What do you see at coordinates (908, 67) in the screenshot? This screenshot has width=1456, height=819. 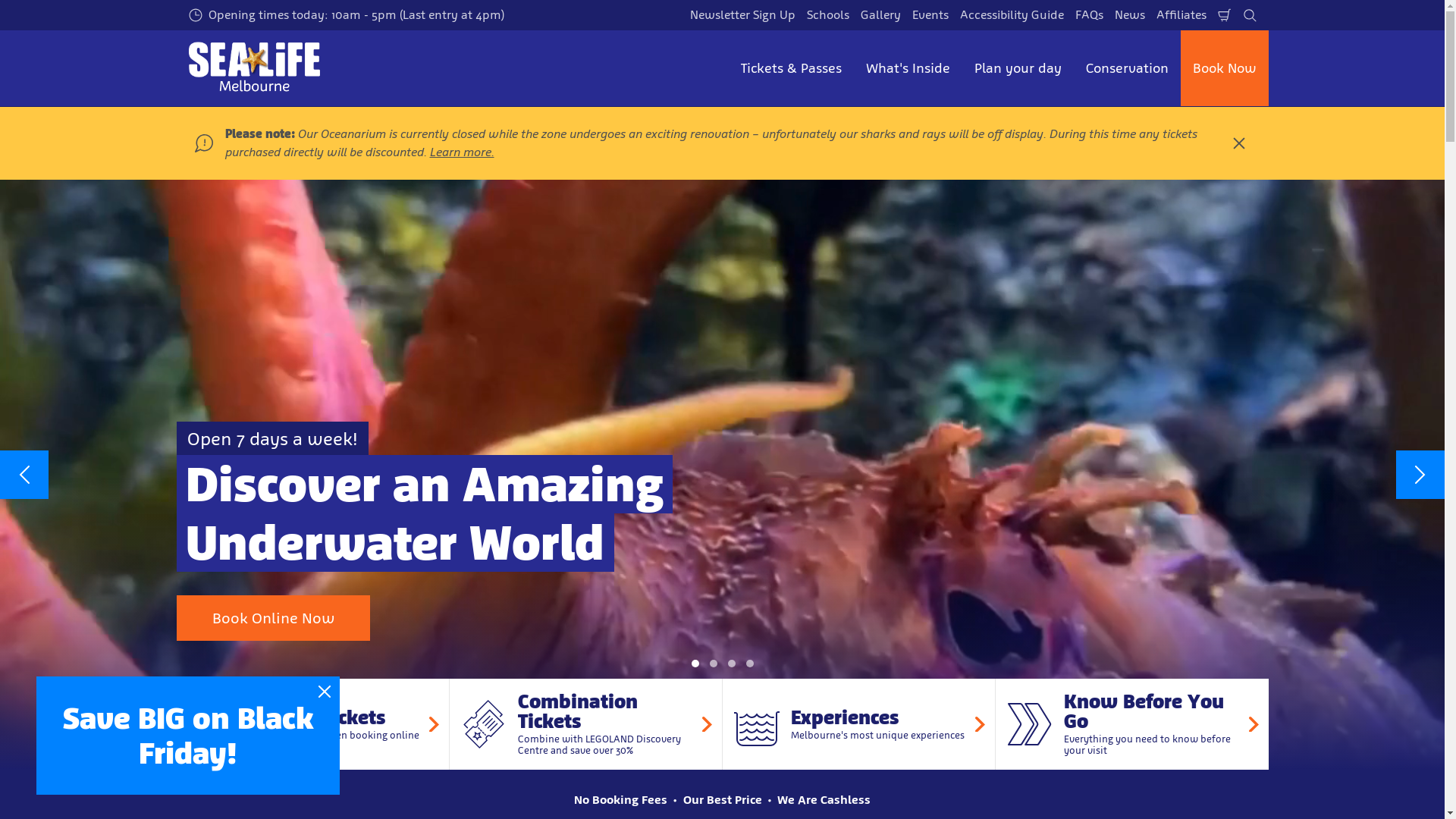 I see `'What's Inside'` at bounding box center [908, 67].